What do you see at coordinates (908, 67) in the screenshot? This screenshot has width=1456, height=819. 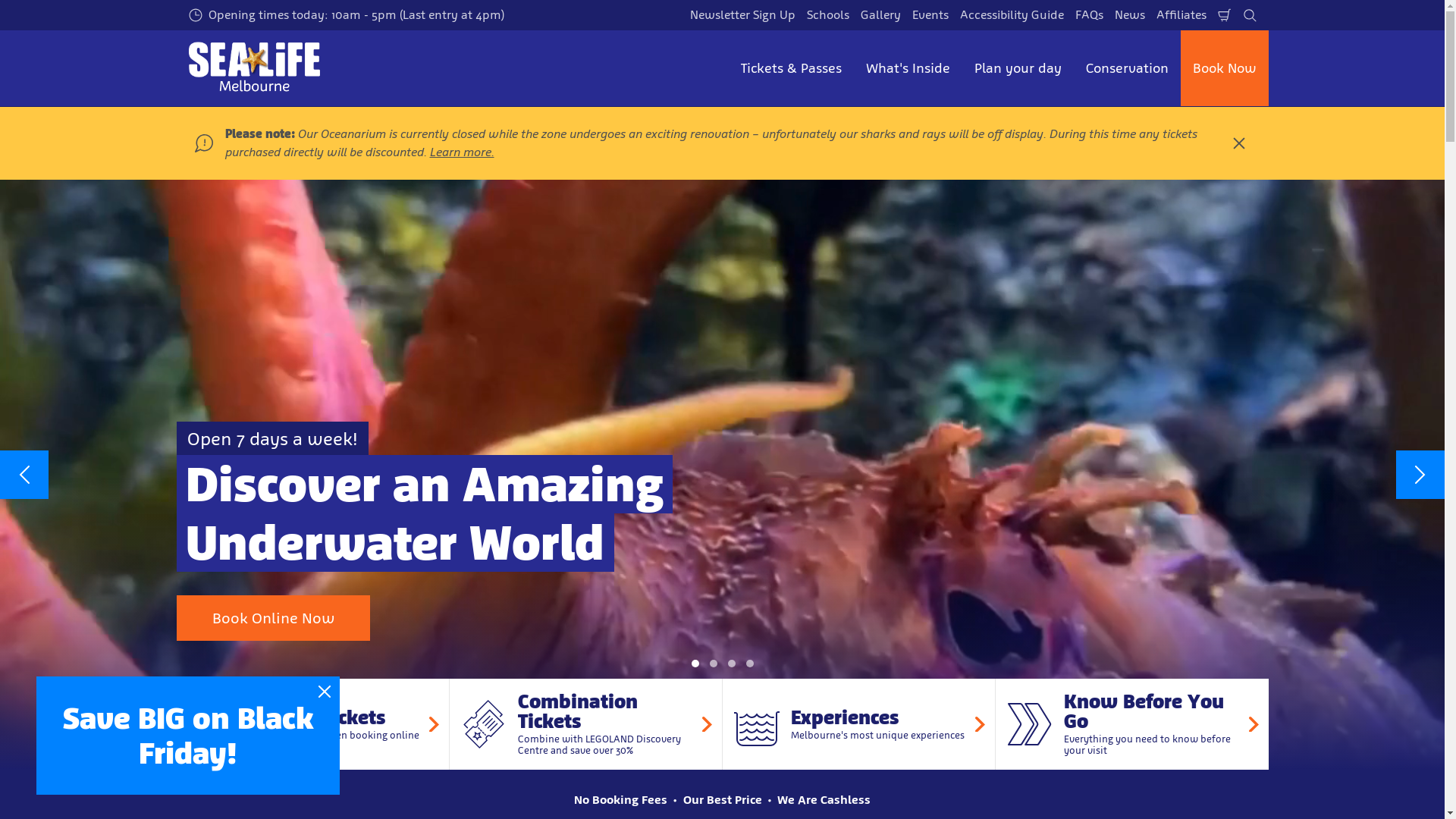 I see `'What's Inside'` at bounding box center [908, 67].